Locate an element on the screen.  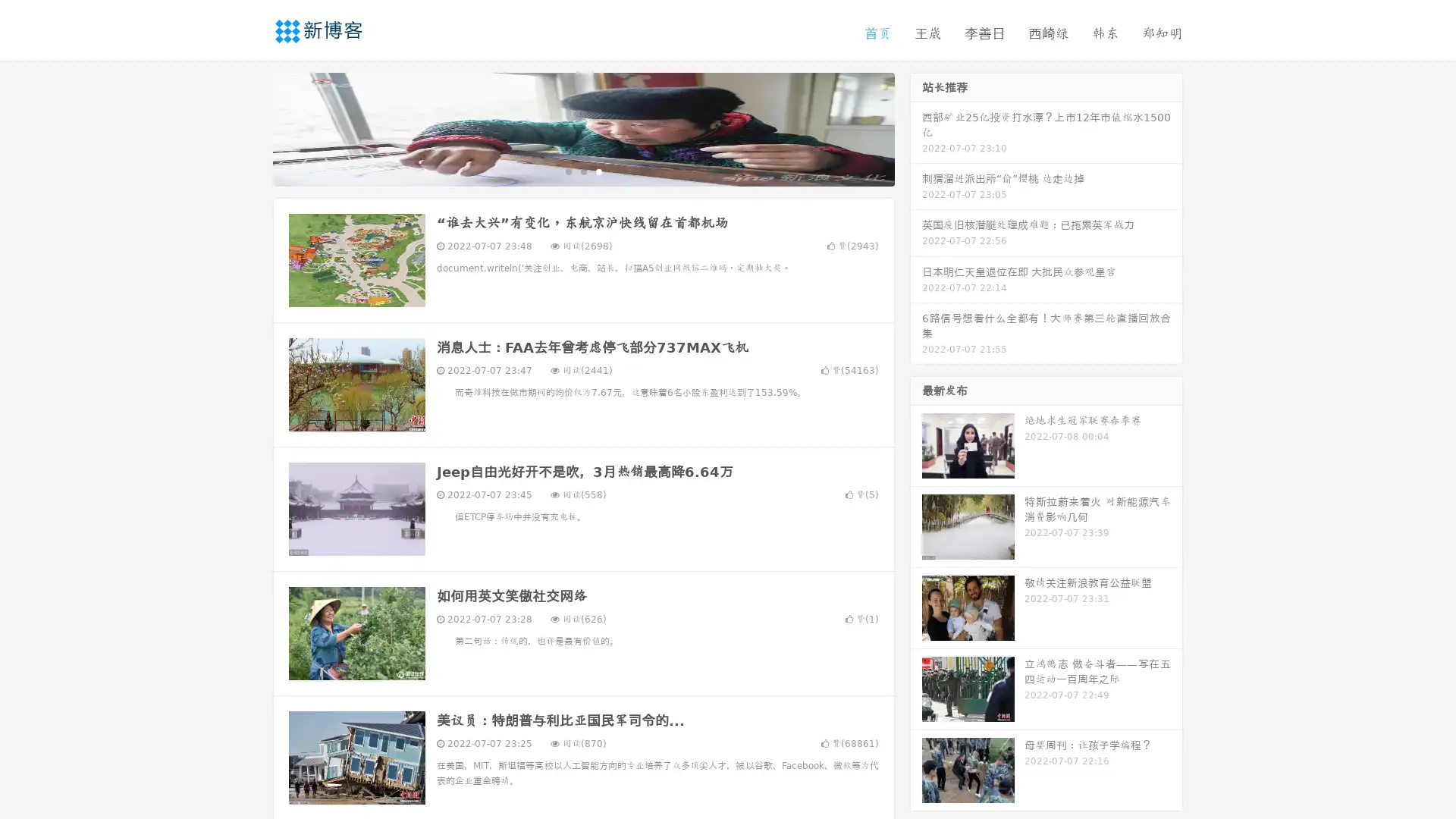
Previous slide is located at coordinates (250, 127).